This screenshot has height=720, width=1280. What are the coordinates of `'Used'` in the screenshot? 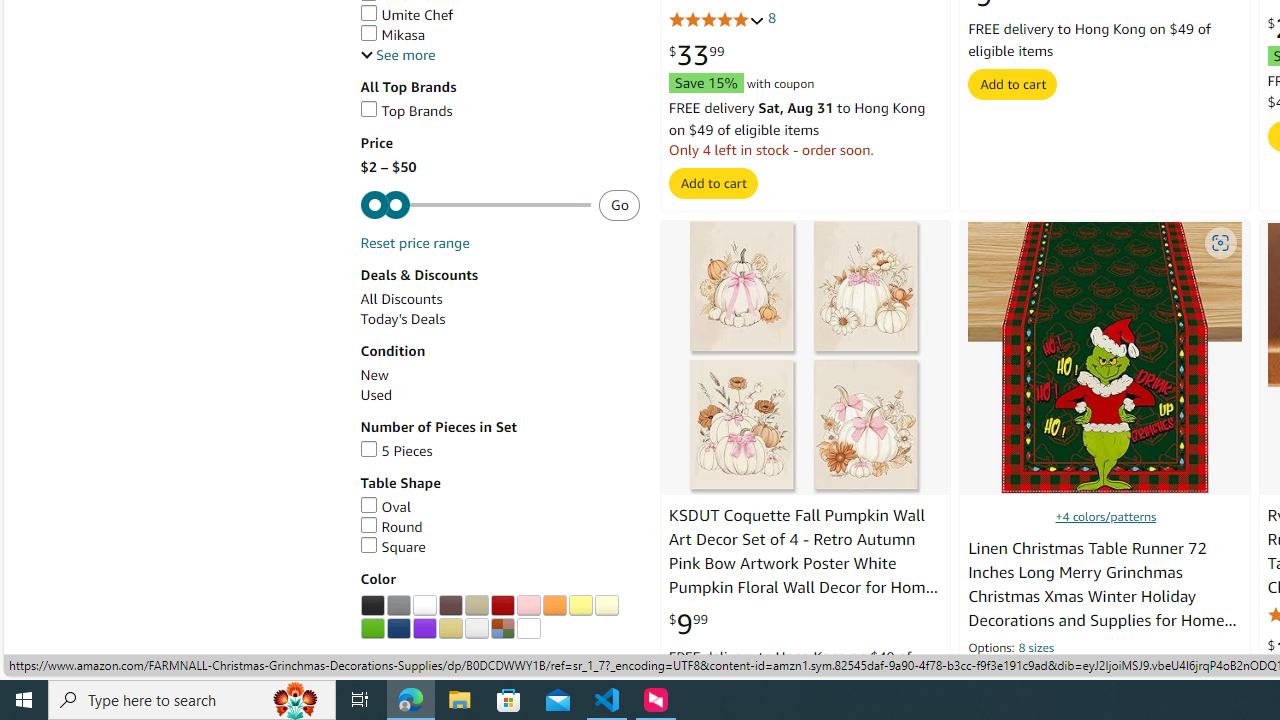 It's located at (376, 395).